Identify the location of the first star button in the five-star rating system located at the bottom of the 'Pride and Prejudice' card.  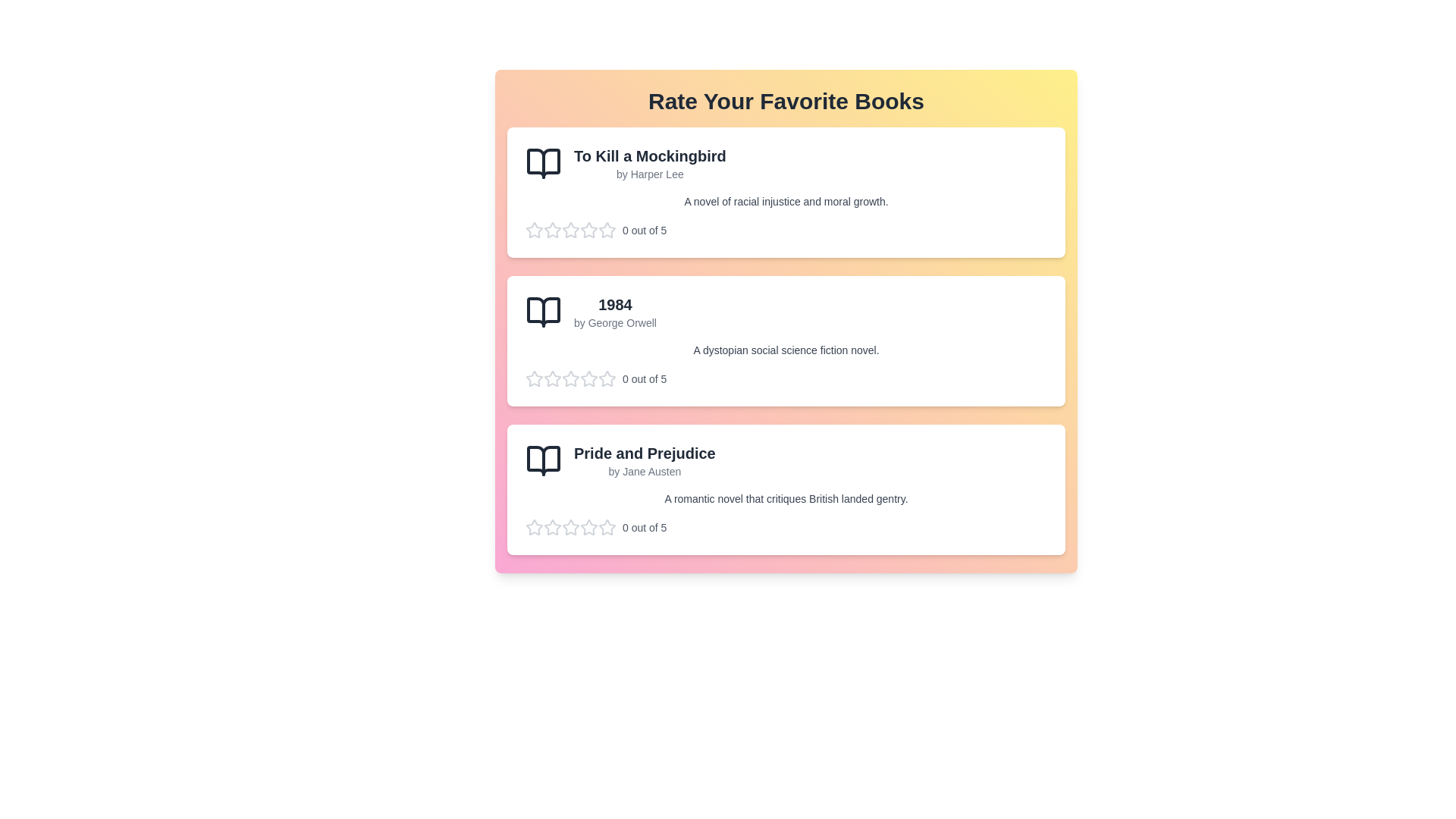
(535, 526).